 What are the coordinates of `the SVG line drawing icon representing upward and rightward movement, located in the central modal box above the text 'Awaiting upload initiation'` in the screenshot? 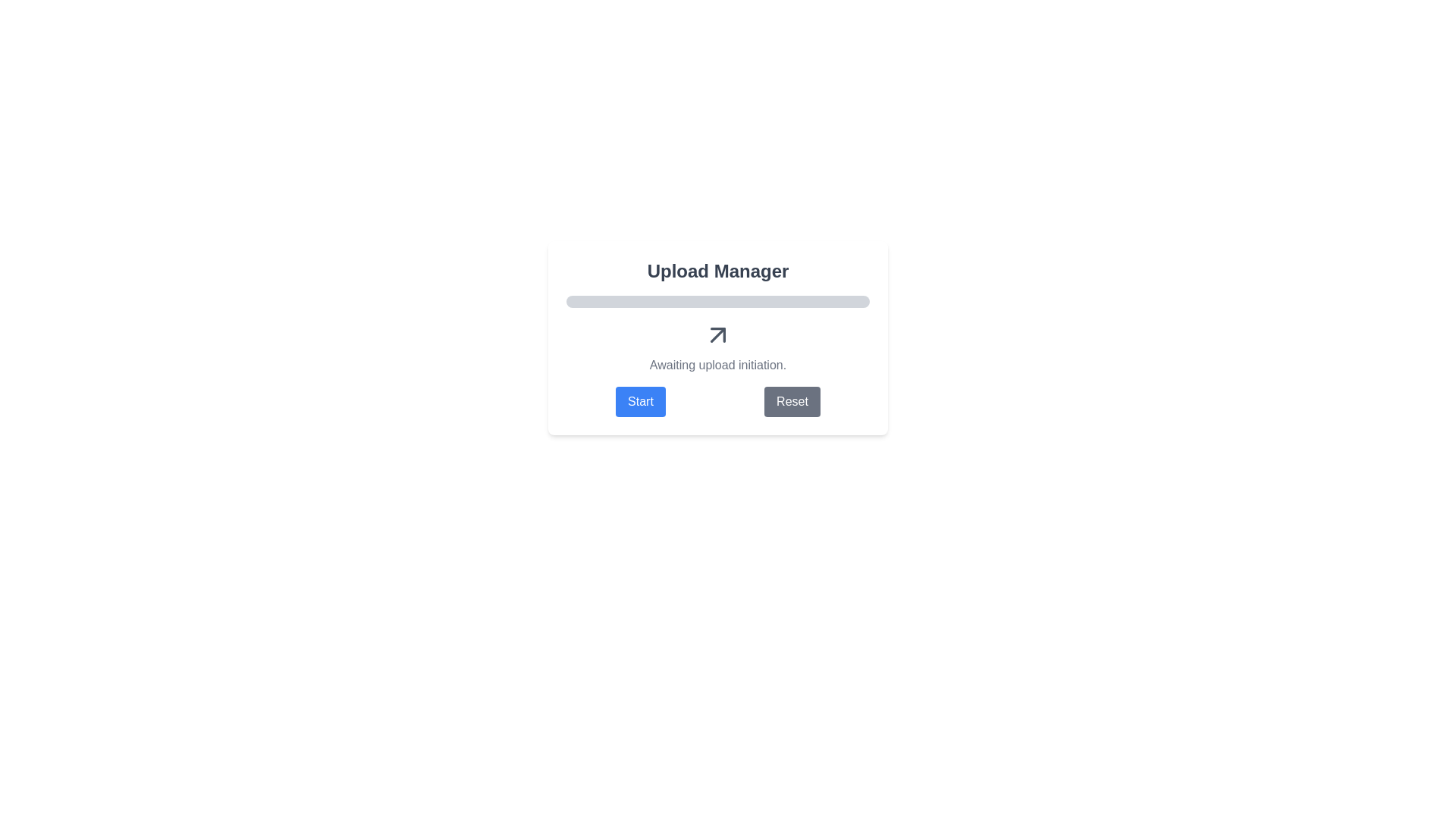 It's located at (717, 334).